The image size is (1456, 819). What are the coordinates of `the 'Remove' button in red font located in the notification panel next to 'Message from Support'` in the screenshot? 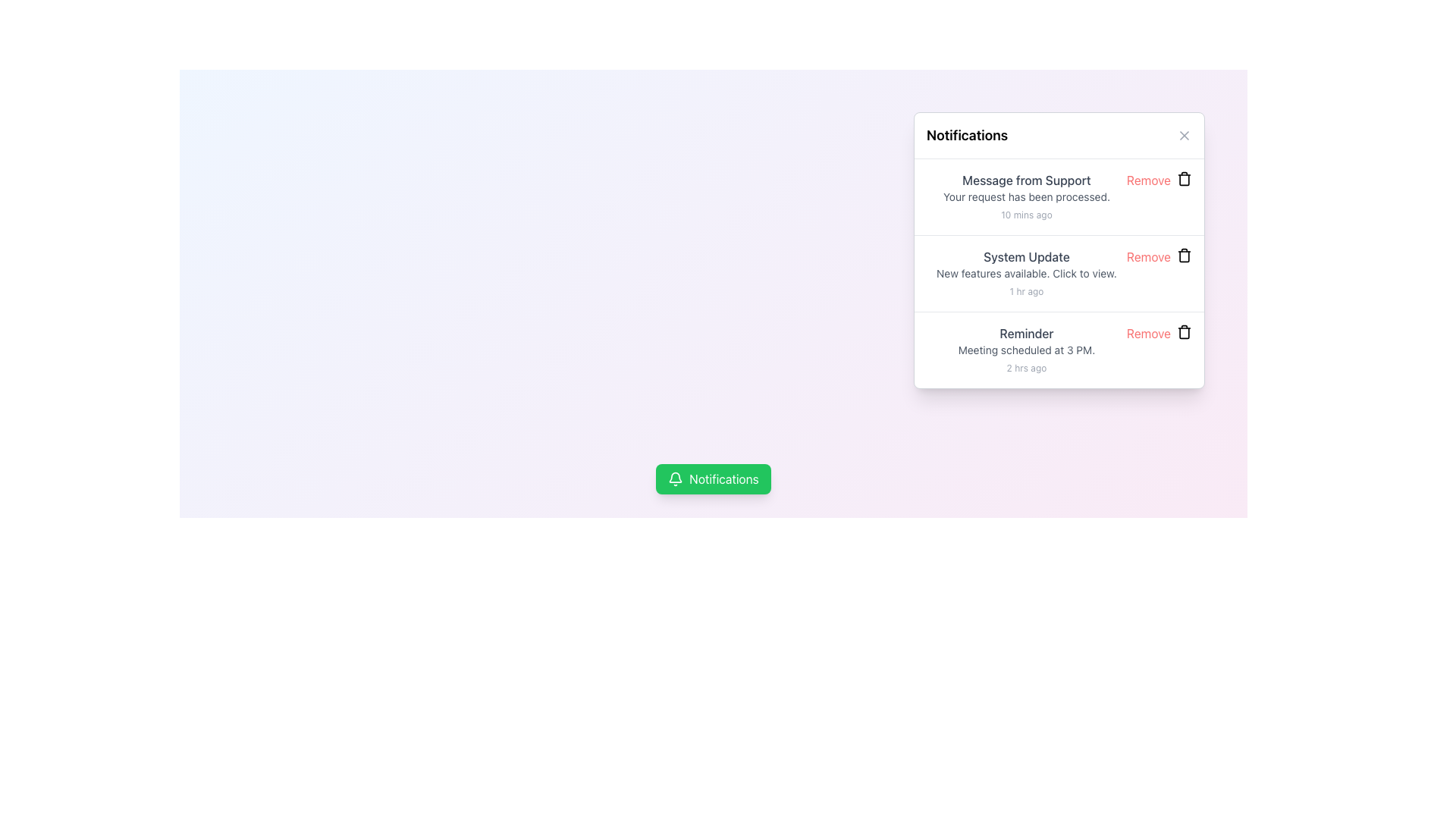 It's located at (1149, 180).